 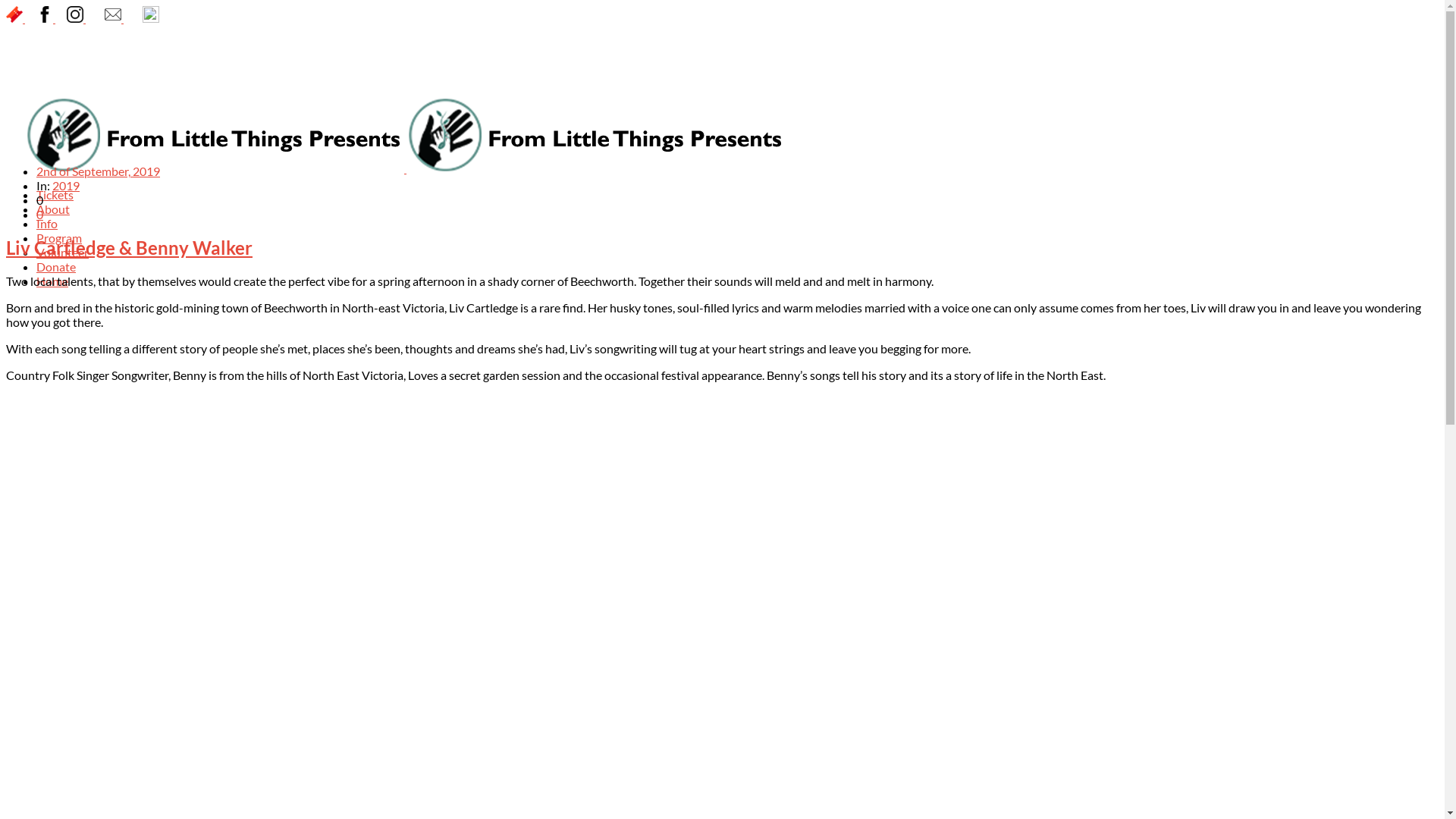 I want to click on '2nd of September, 2019', so click(x=36, y=171).